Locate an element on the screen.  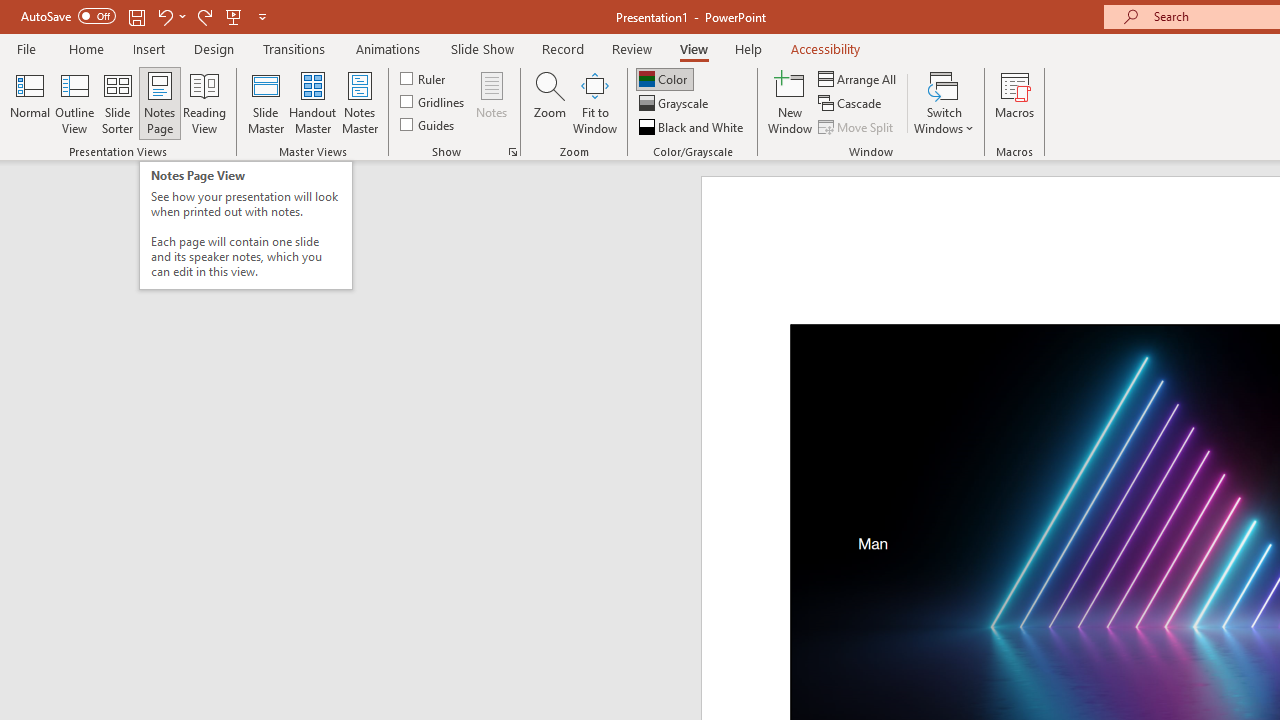
'Move Split' is located at coordinates (857, 127).